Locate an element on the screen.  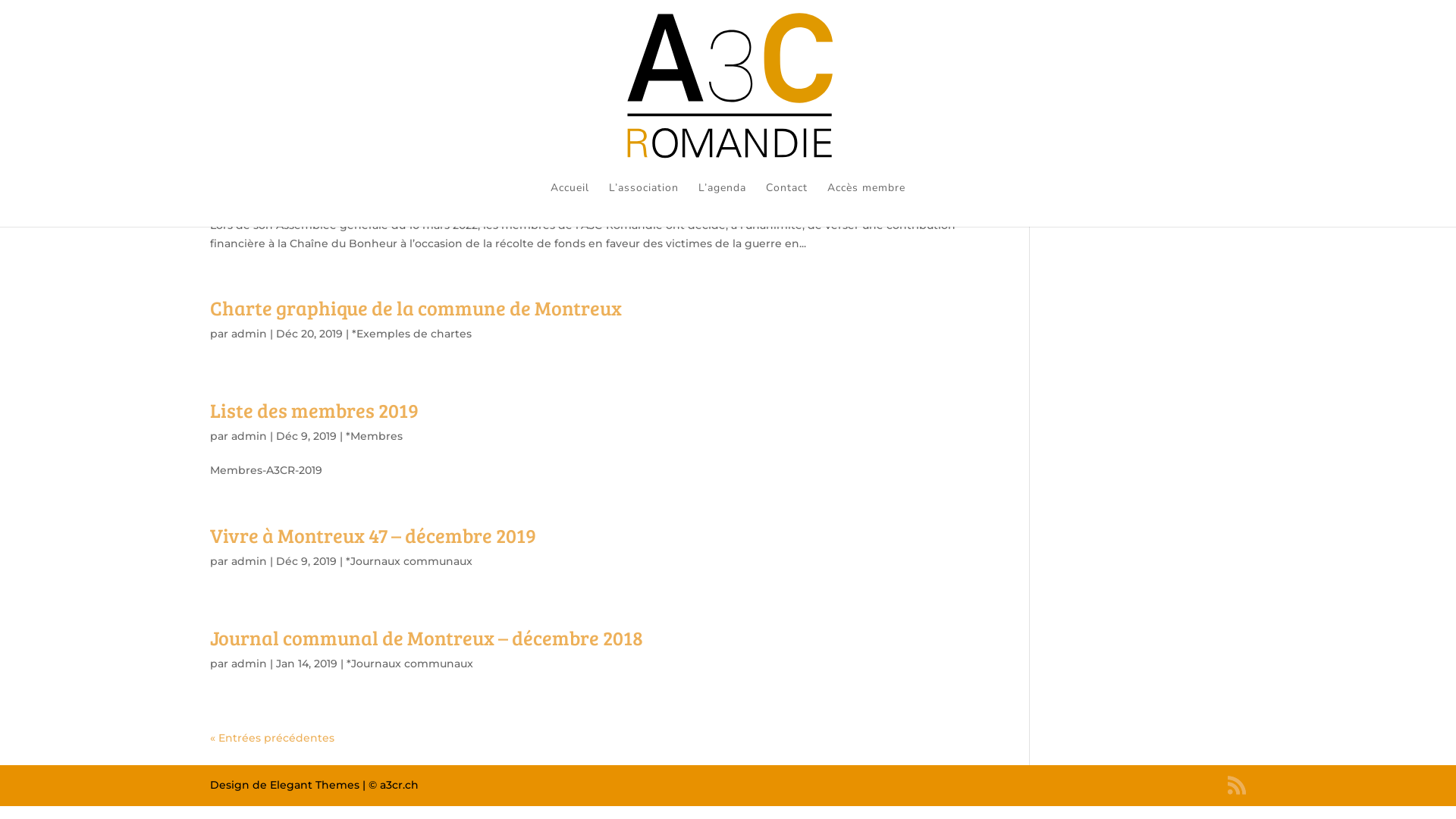
'*Membres' is located at coordinates (374, 435).